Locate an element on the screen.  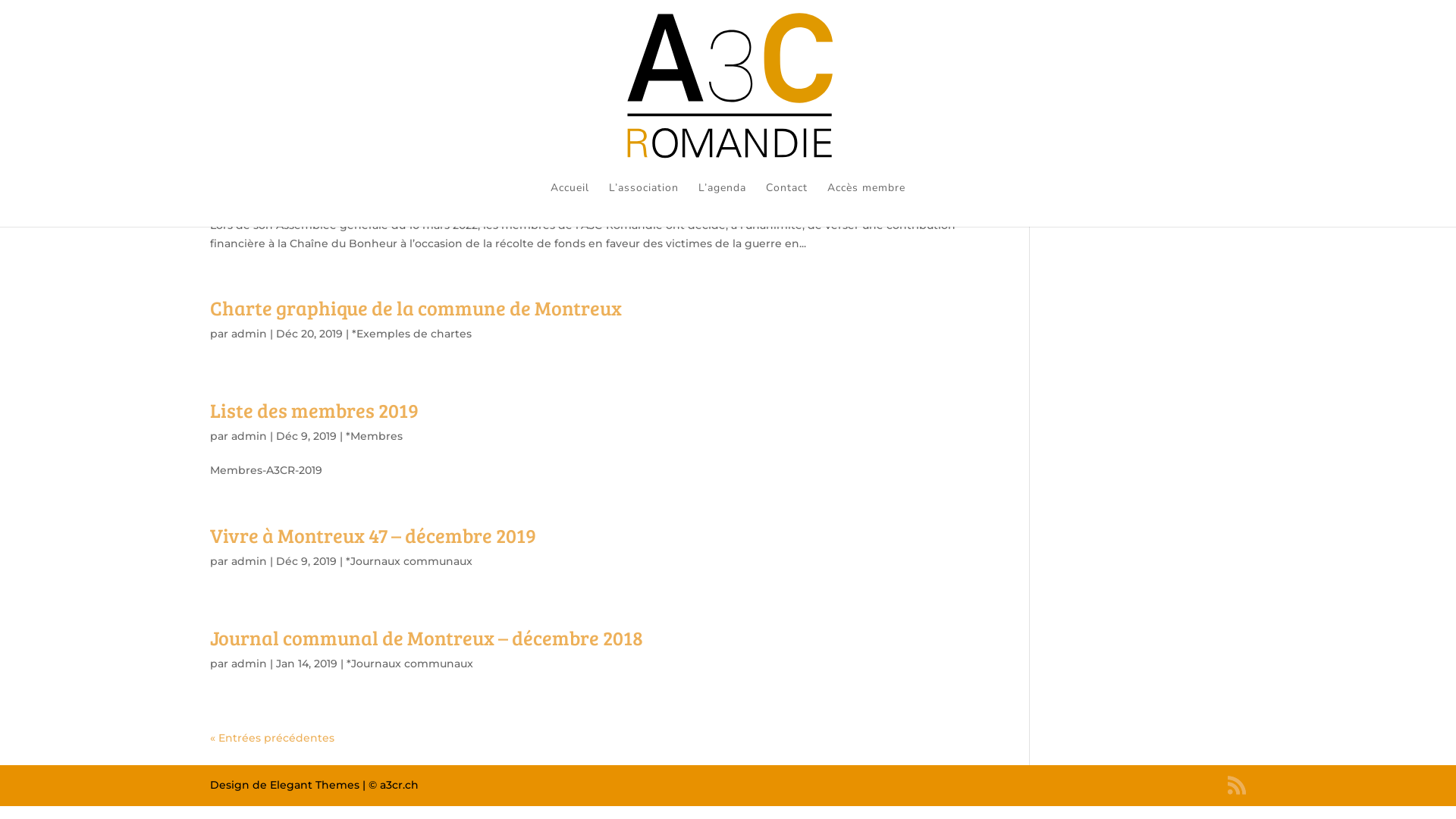
'*Membres' is located at coordinates (374, 435).